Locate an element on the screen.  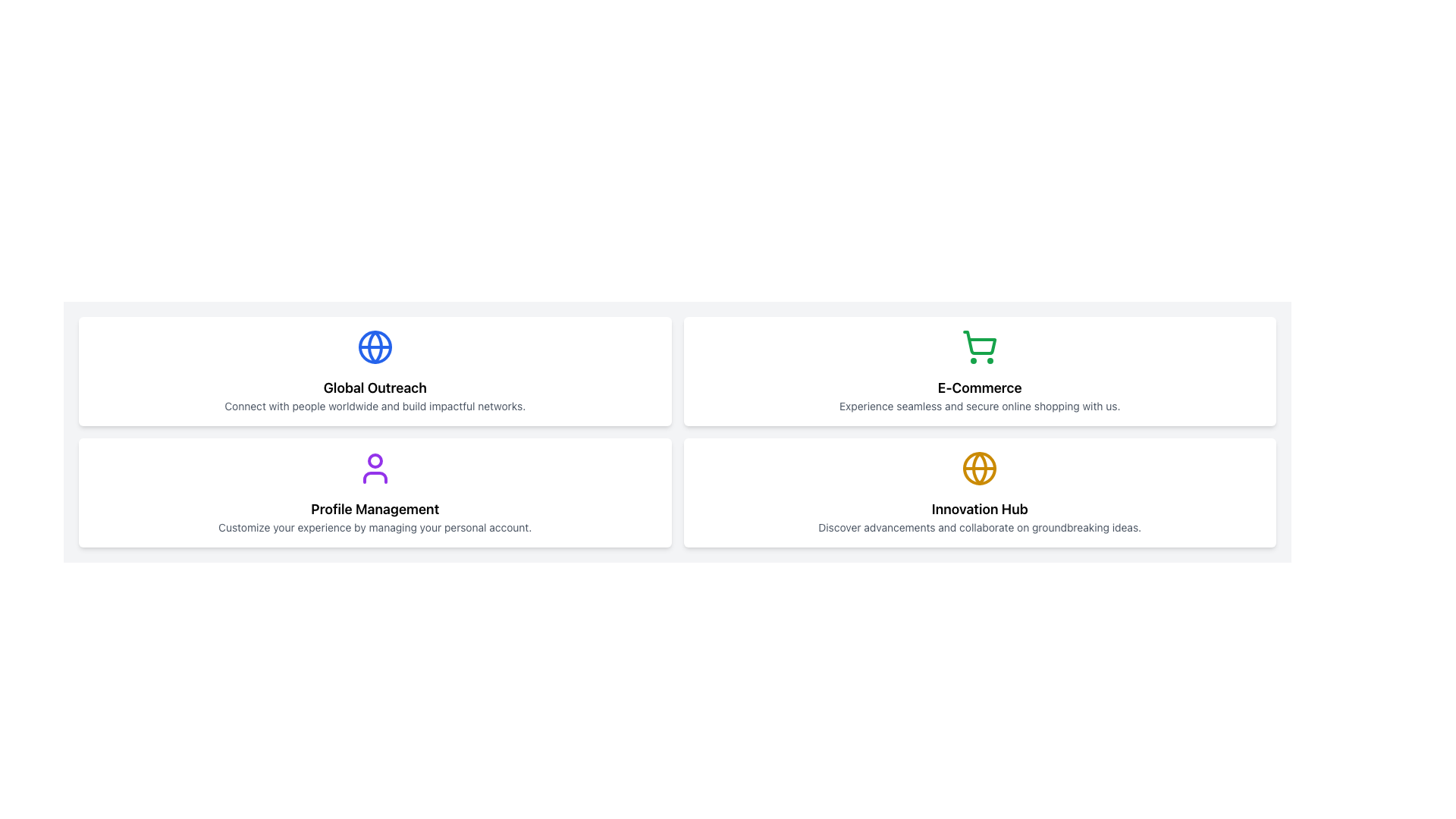
text element displaying the phrase 'Experience seamless and secure online shopping with us.' which is styled in a small-sized gray font, located below the heading 'E-Commerce' in the top right card of the interface is located at coordinates (980, 406).